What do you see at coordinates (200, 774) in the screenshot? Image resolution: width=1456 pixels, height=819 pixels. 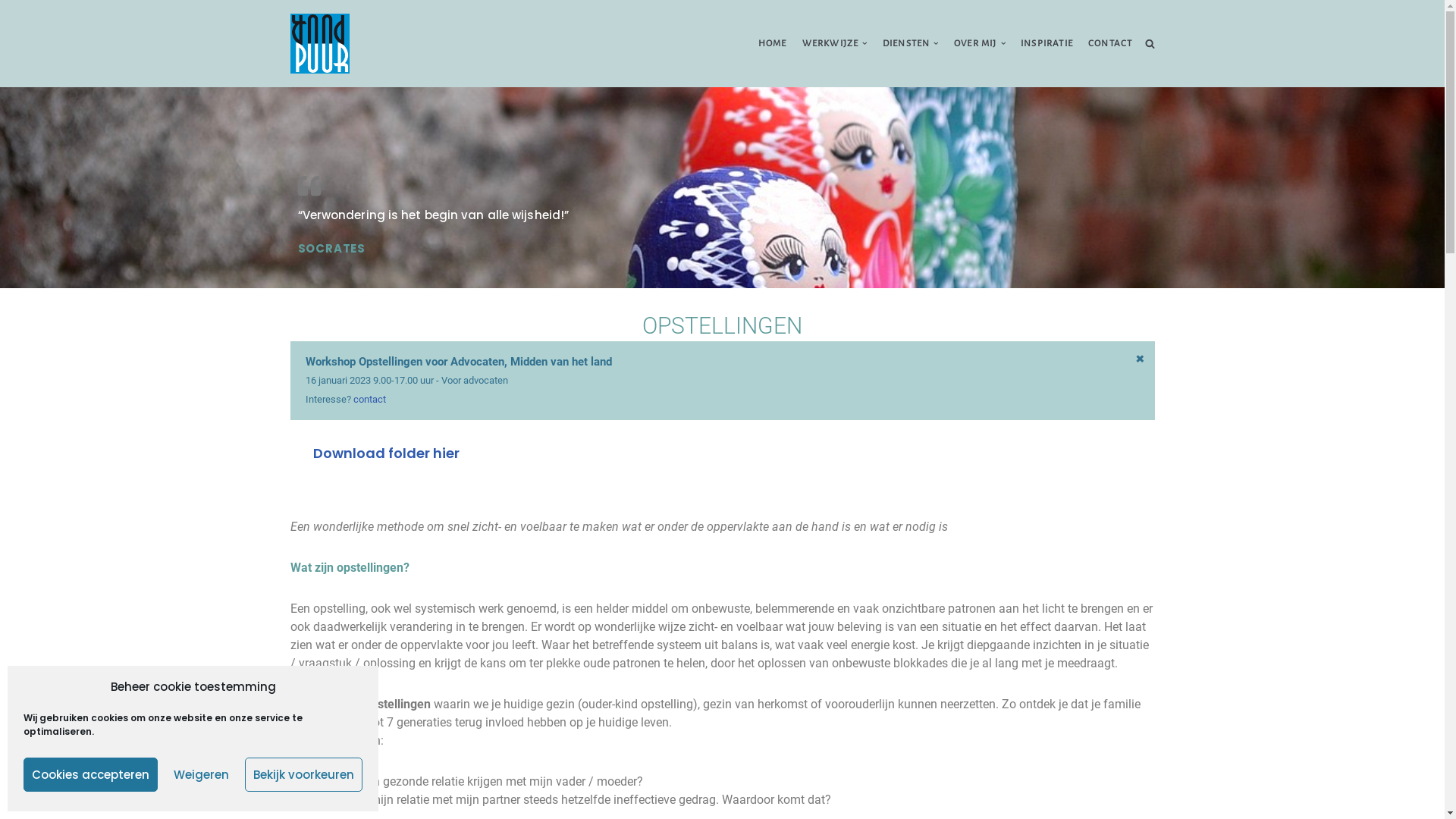 I see `'Weigeren'` at bounding box center [200, 774].